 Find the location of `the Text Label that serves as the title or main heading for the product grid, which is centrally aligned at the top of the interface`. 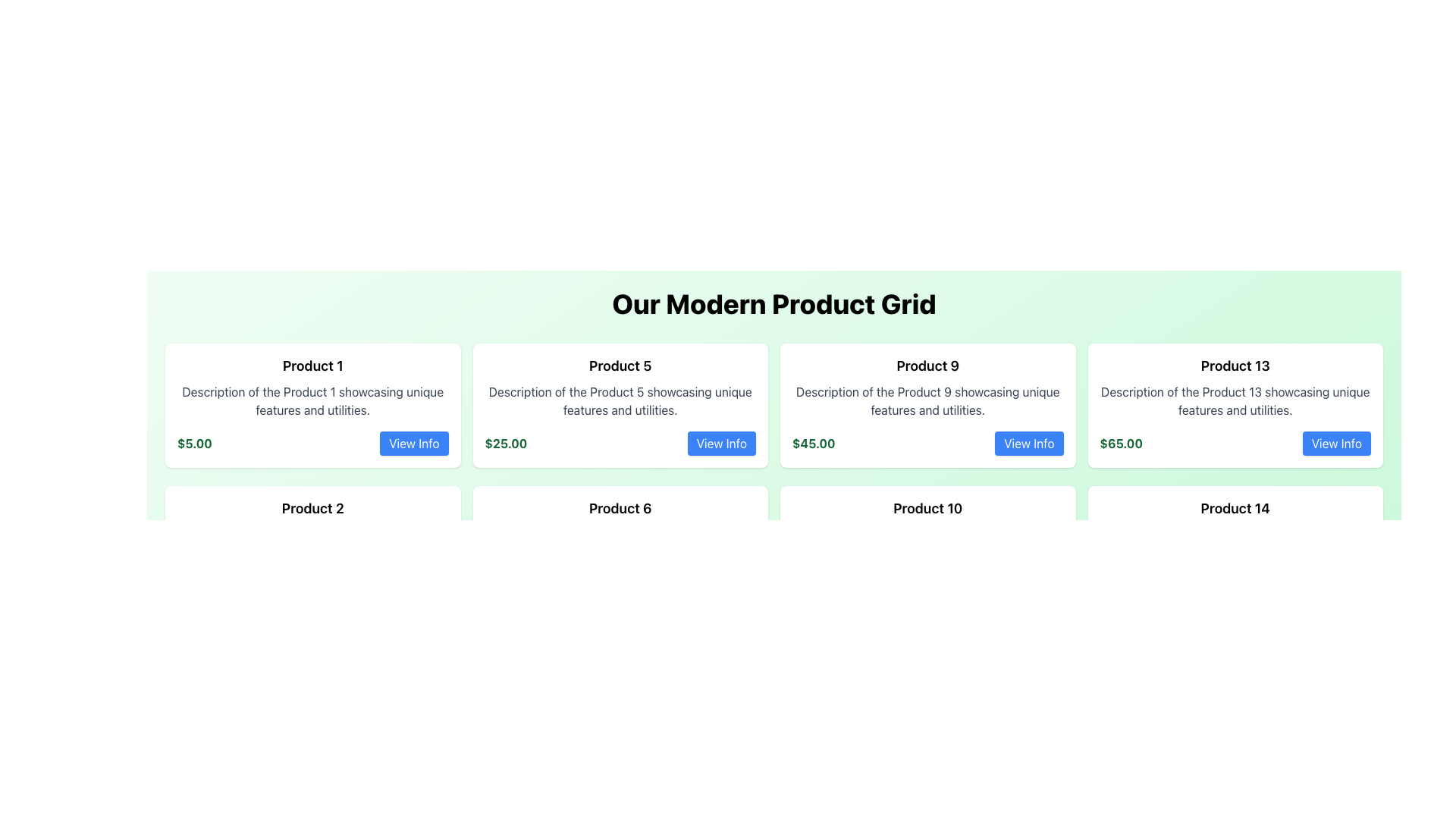

the Text Label that serves as the title or main heading for the product grid, which is centrally aligned at the top of the interface is located at coordinates (774, 304).